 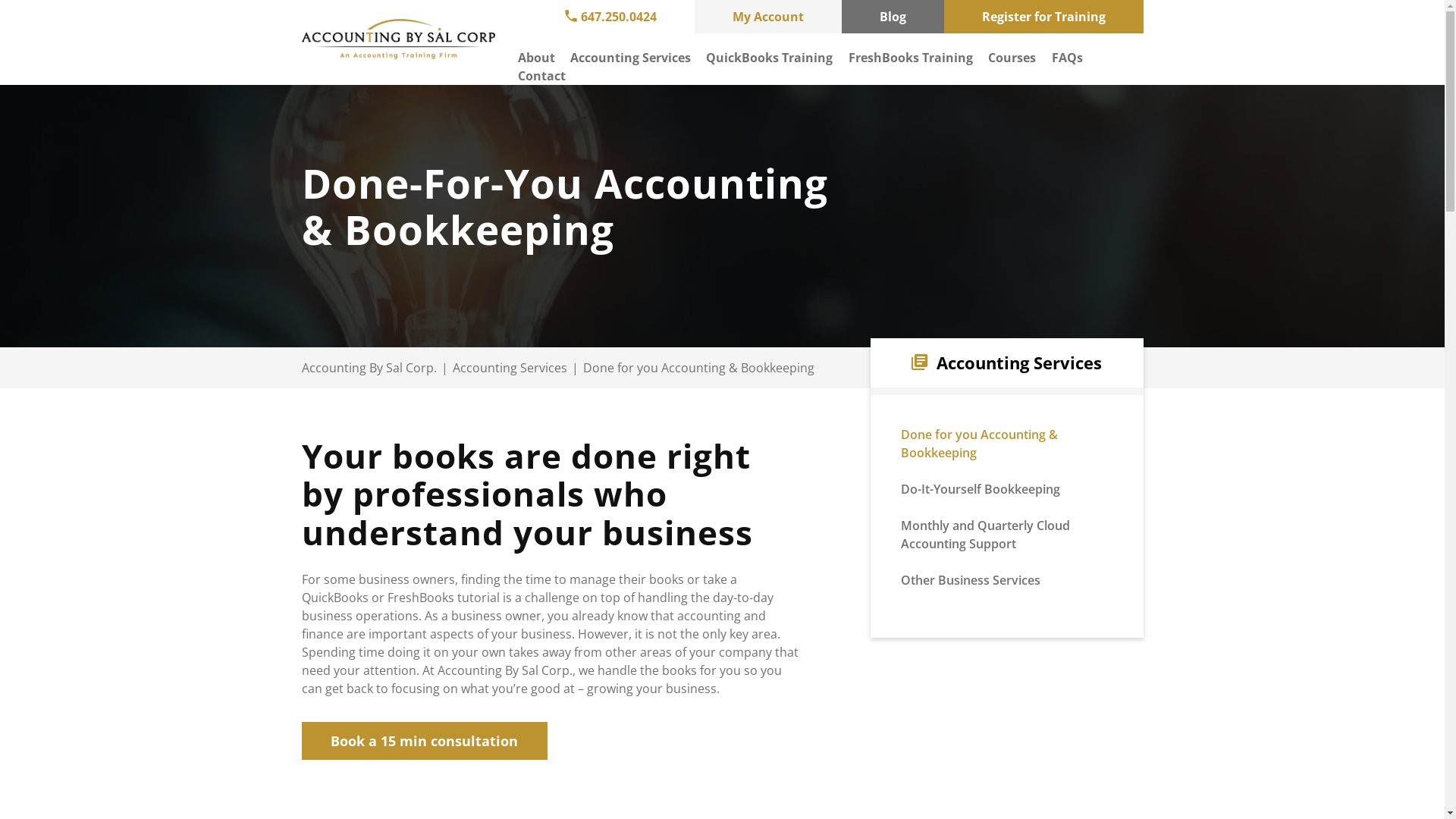 What do you see at coordinates (979, 444) in the screenshot?
I see `'Done for you Accounting & Bookkeeping'` at bounding box center [979, 444].